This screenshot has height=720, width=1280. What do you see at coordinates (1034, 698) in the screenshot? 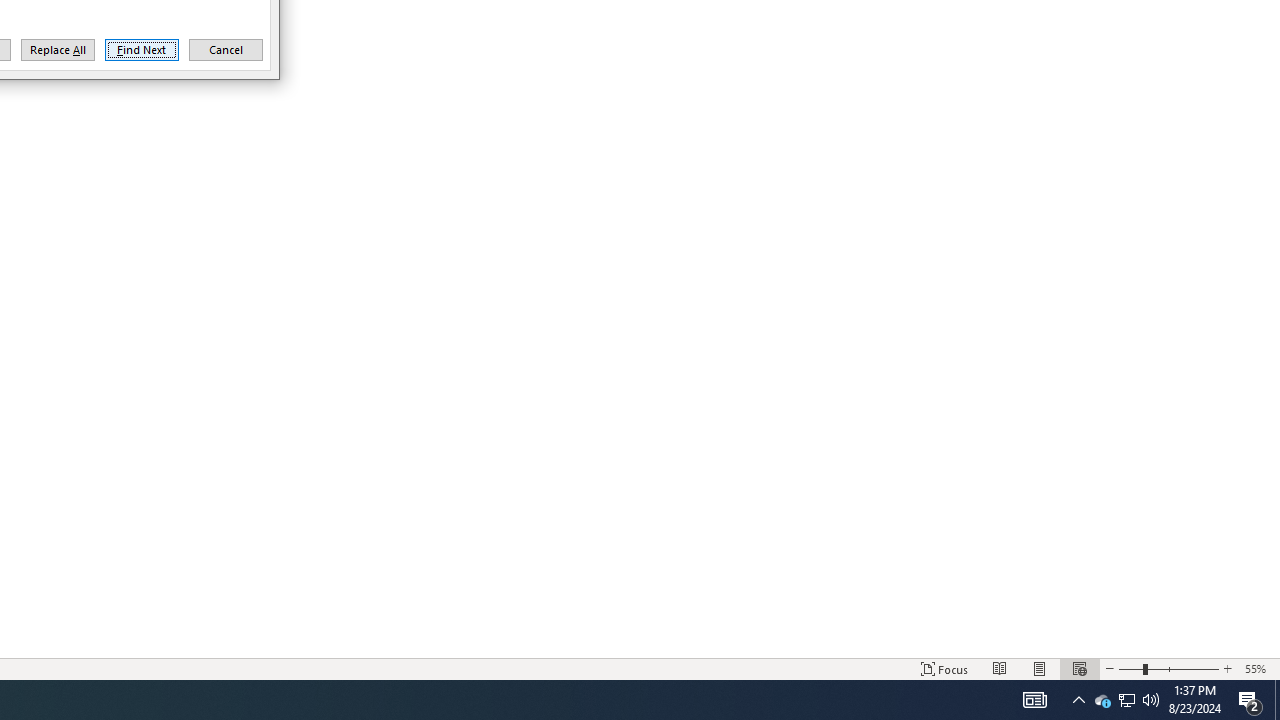
I see `'Print Layout'` at bounding box center [1034, 698].